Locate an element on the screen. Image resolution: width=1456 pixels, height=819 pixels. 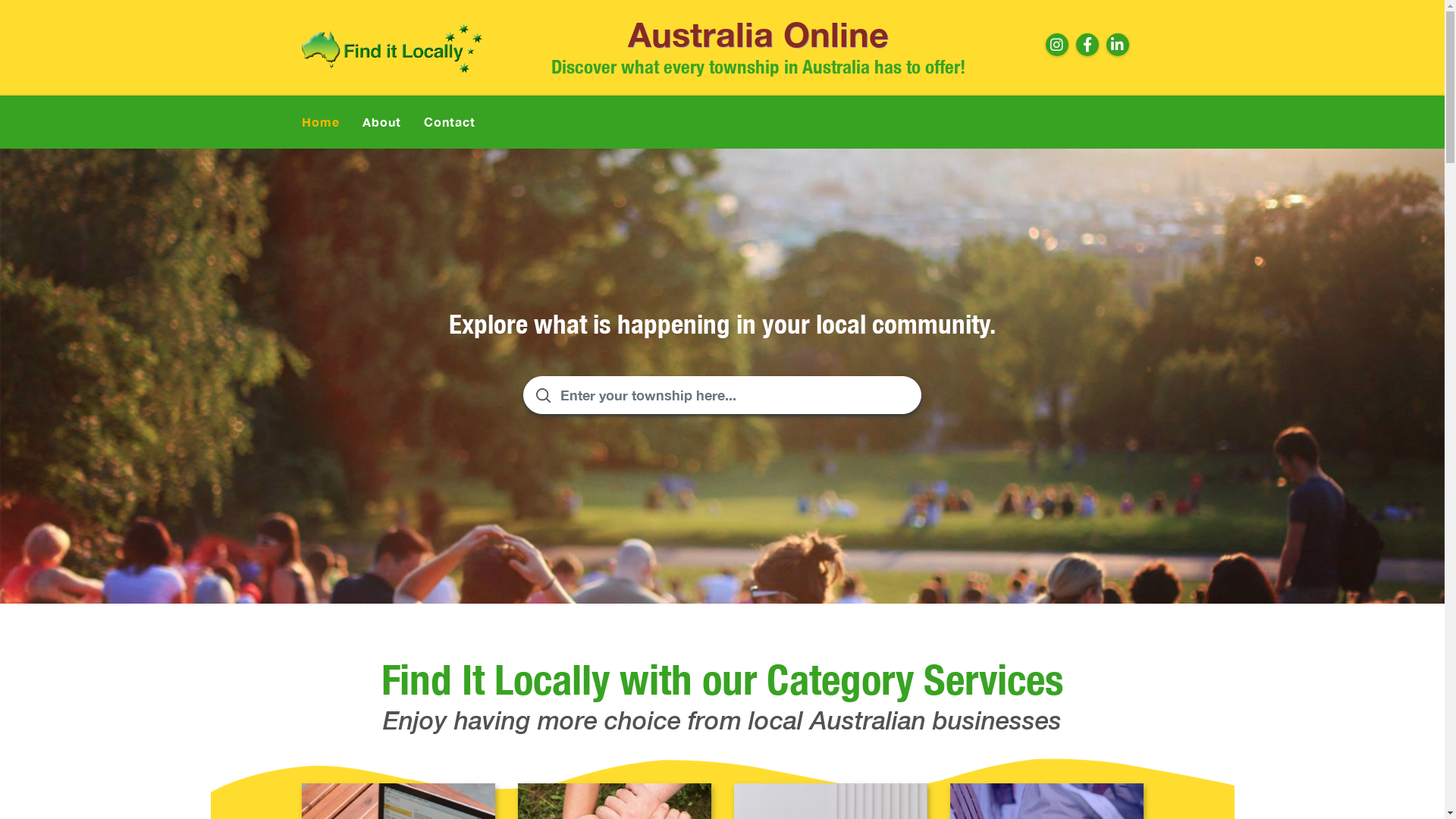
'Contact' is located at coordinates (447, 121).